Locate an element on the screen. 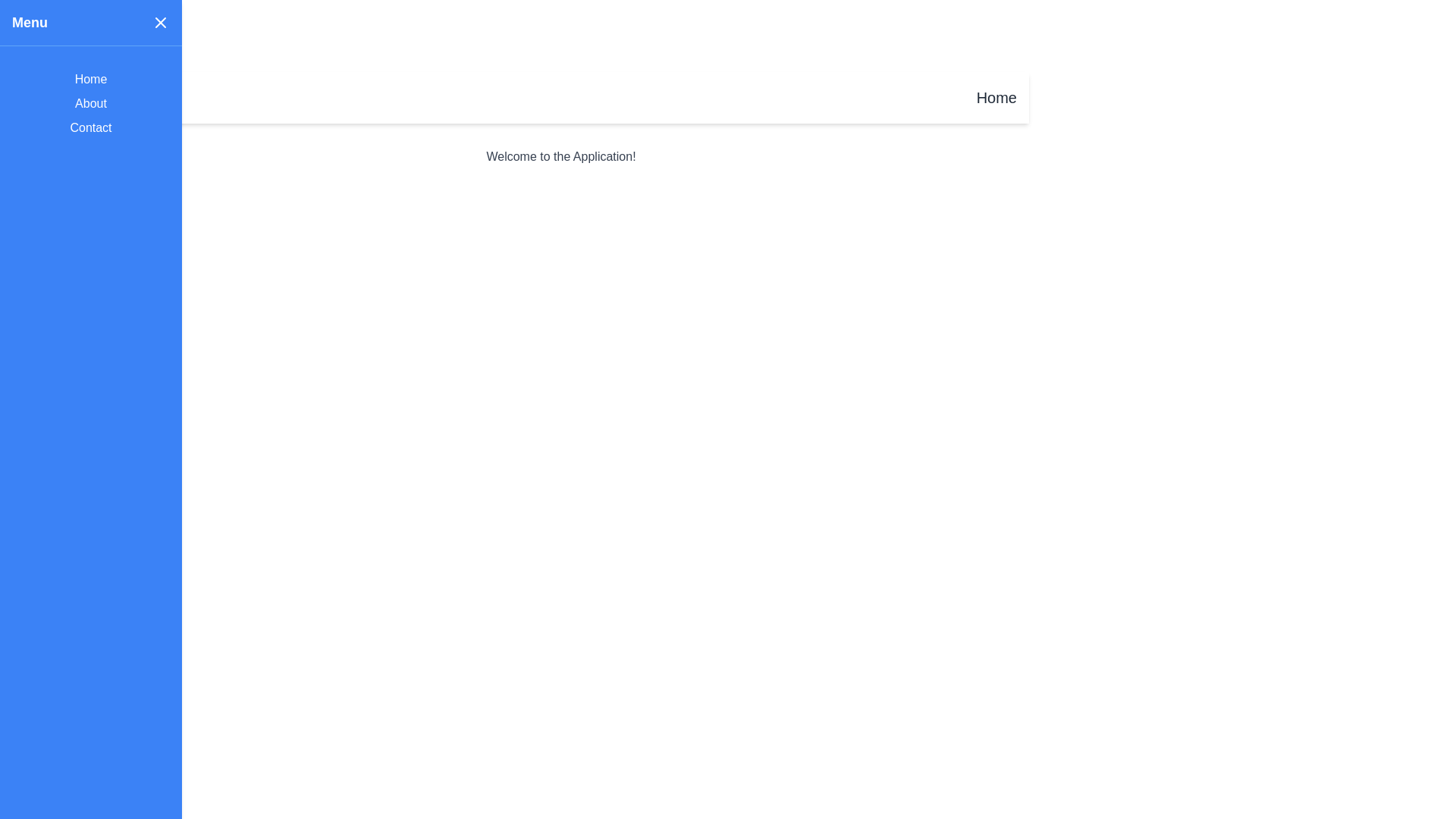 Image resolution: width=1456 pixels, height=819 pixels. the small white 'X' icon button located at the top right corner of the blue header section labeled 'Menu' is located at coordinates (160, 23).